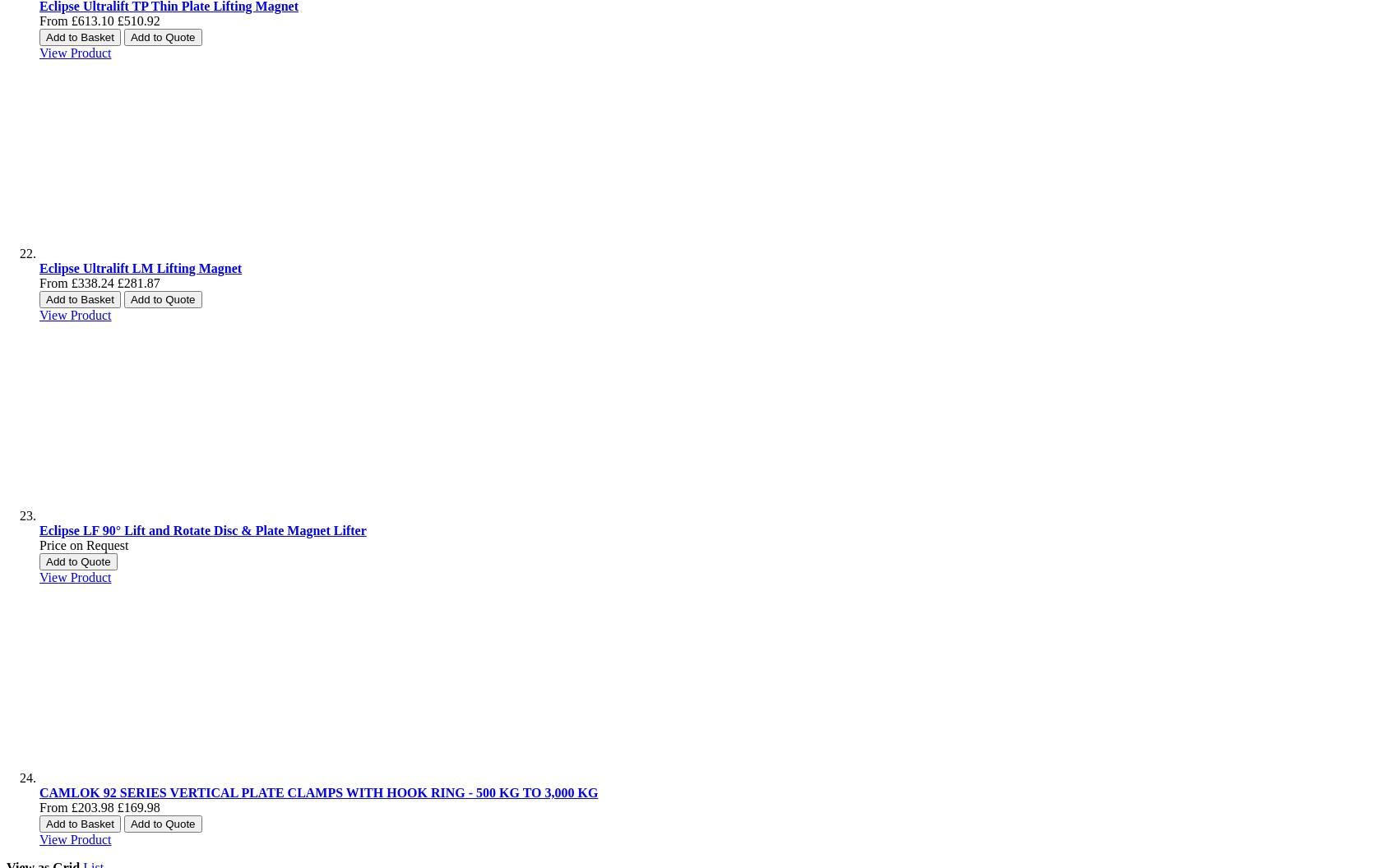  I want to click on 'Price on Request', so click(84, 545).